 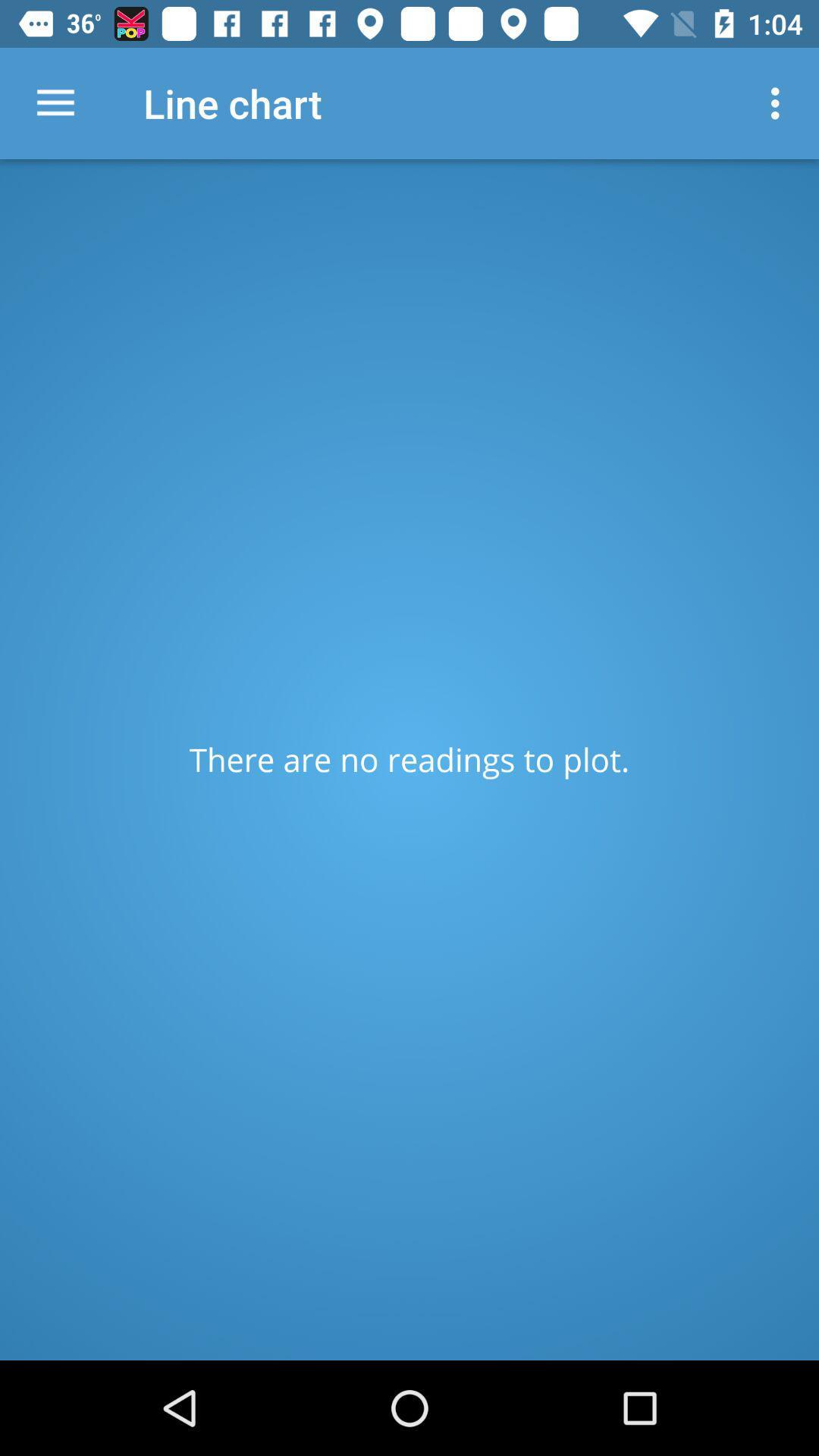 What do you see at coordinates (55, 102) in the screenshot?
I see `item next to line chart icon` at bounding box center [55, 102].